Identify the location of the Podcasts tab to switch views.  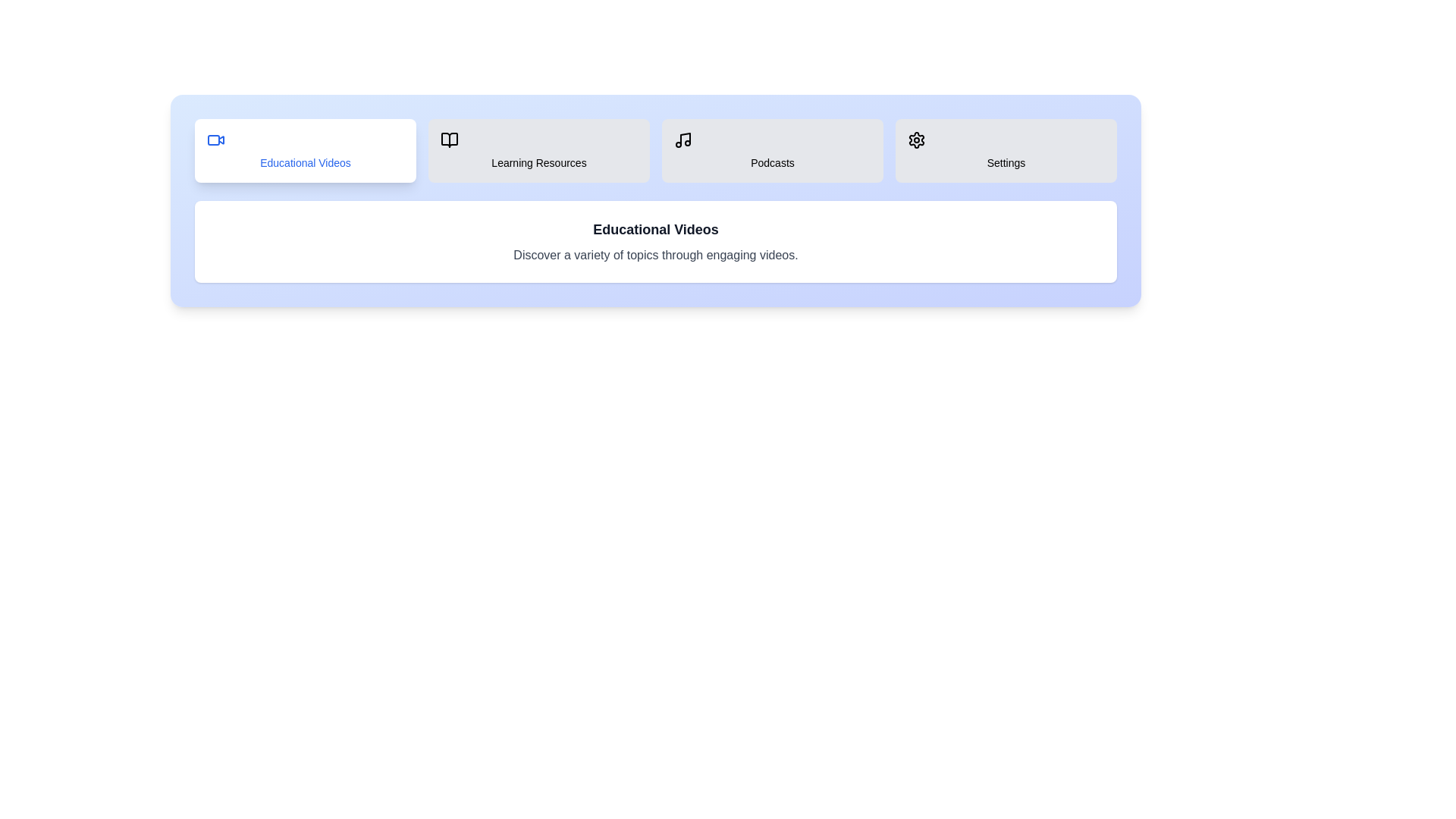
(772, 151).